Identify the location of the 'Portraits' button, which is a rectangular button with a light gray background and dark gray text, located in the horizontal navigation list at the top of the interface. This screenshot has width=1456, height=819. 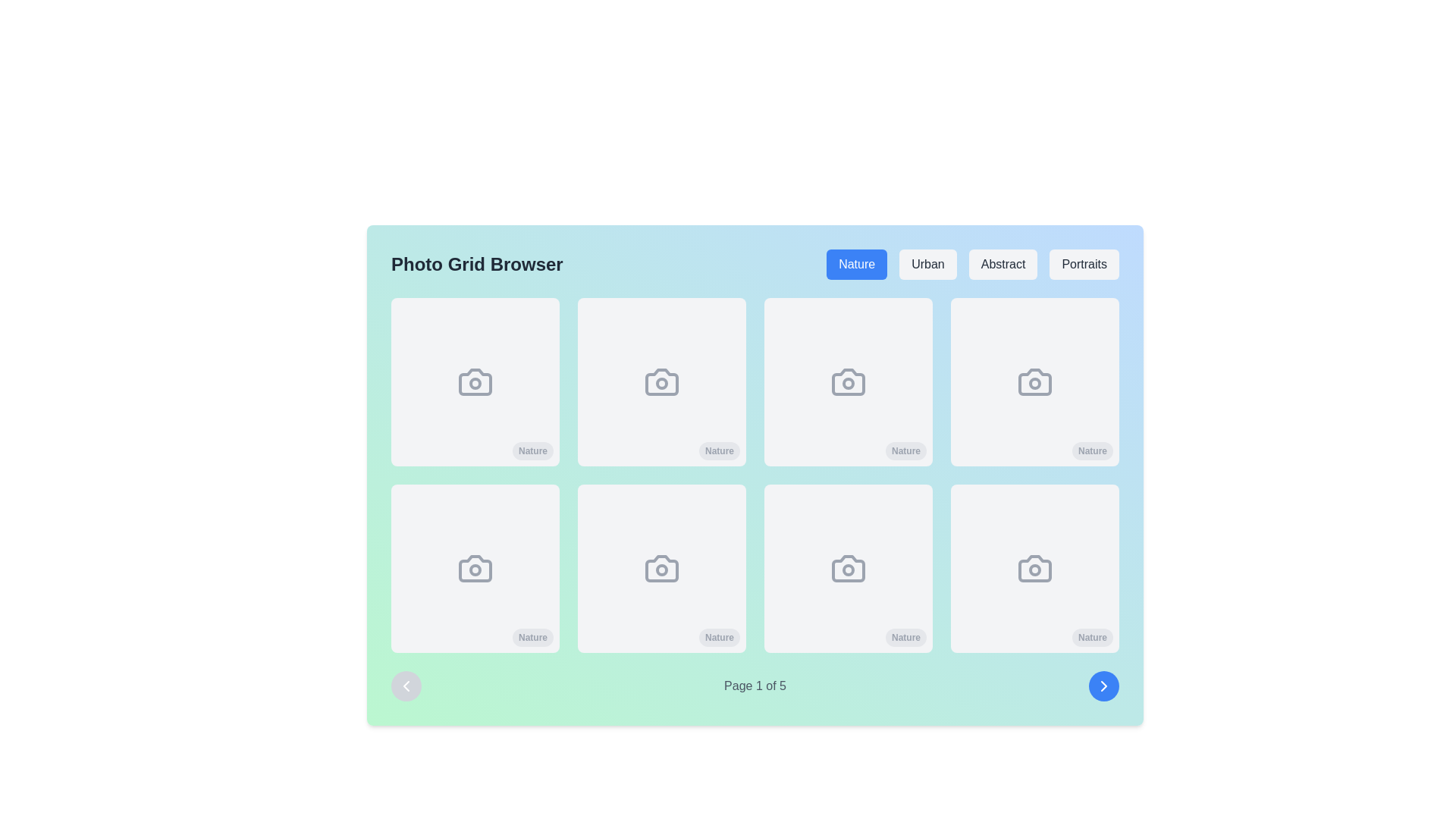
(1084, 263).